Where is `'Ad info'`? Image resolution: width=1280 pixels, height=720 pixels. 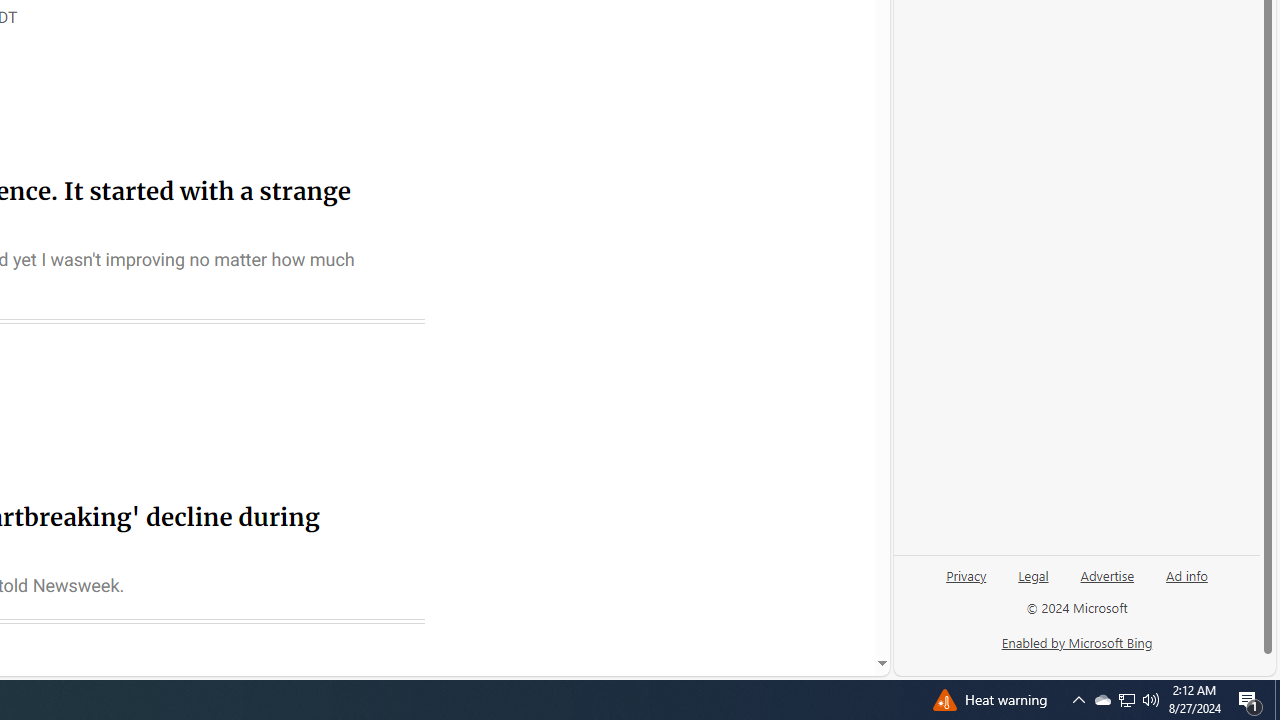
'Ad info' is located at coordinates (1186, 583).